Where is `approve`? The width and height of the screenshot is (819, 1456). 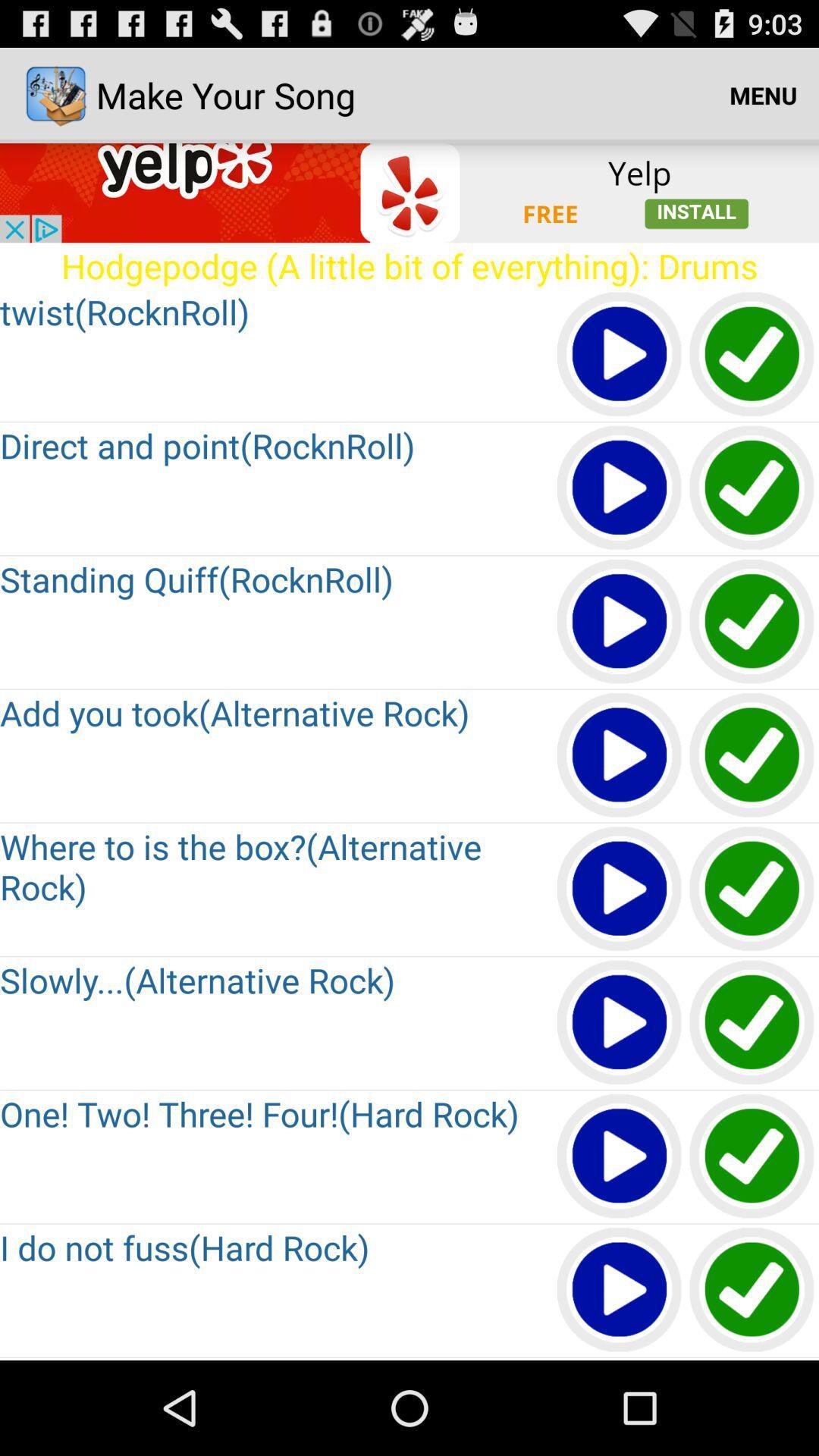
approve is located at coordinates (752, 488).